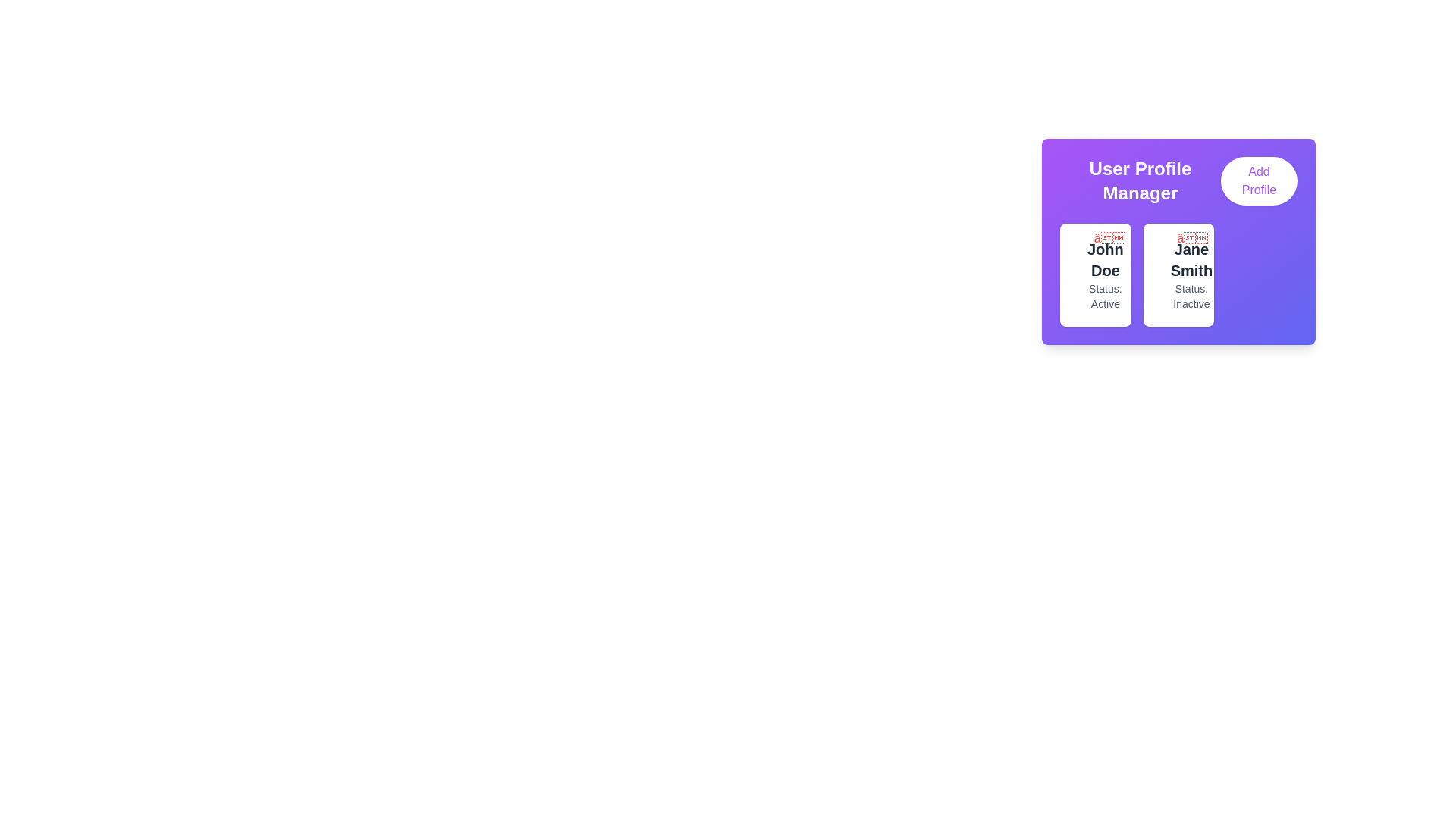 The height and width of the screenshot is (819, 1456). Describe the element at coordinates (1191, 275) in the screenshot. I see `the user-specific information Text Display, which is located in the second card from the left in the row of user profiles, showing the user's name and status` at that location.